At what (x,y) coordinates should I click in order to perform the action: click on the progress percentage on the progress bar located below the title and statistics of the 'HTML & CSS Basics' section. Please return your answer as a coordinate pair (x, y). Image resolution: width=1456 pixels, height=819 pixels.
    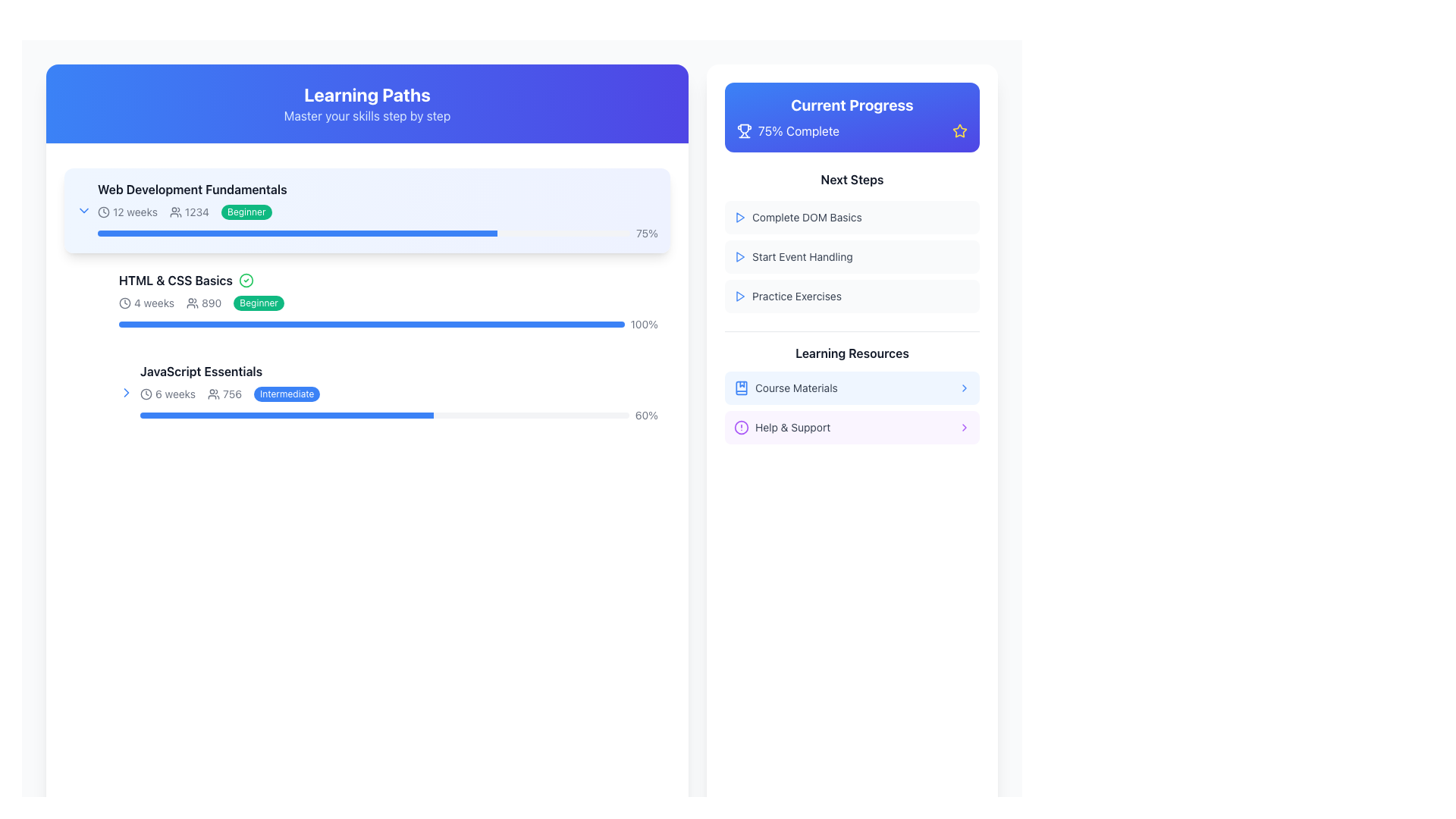
    Looking at the image, I should click on (372, 324).